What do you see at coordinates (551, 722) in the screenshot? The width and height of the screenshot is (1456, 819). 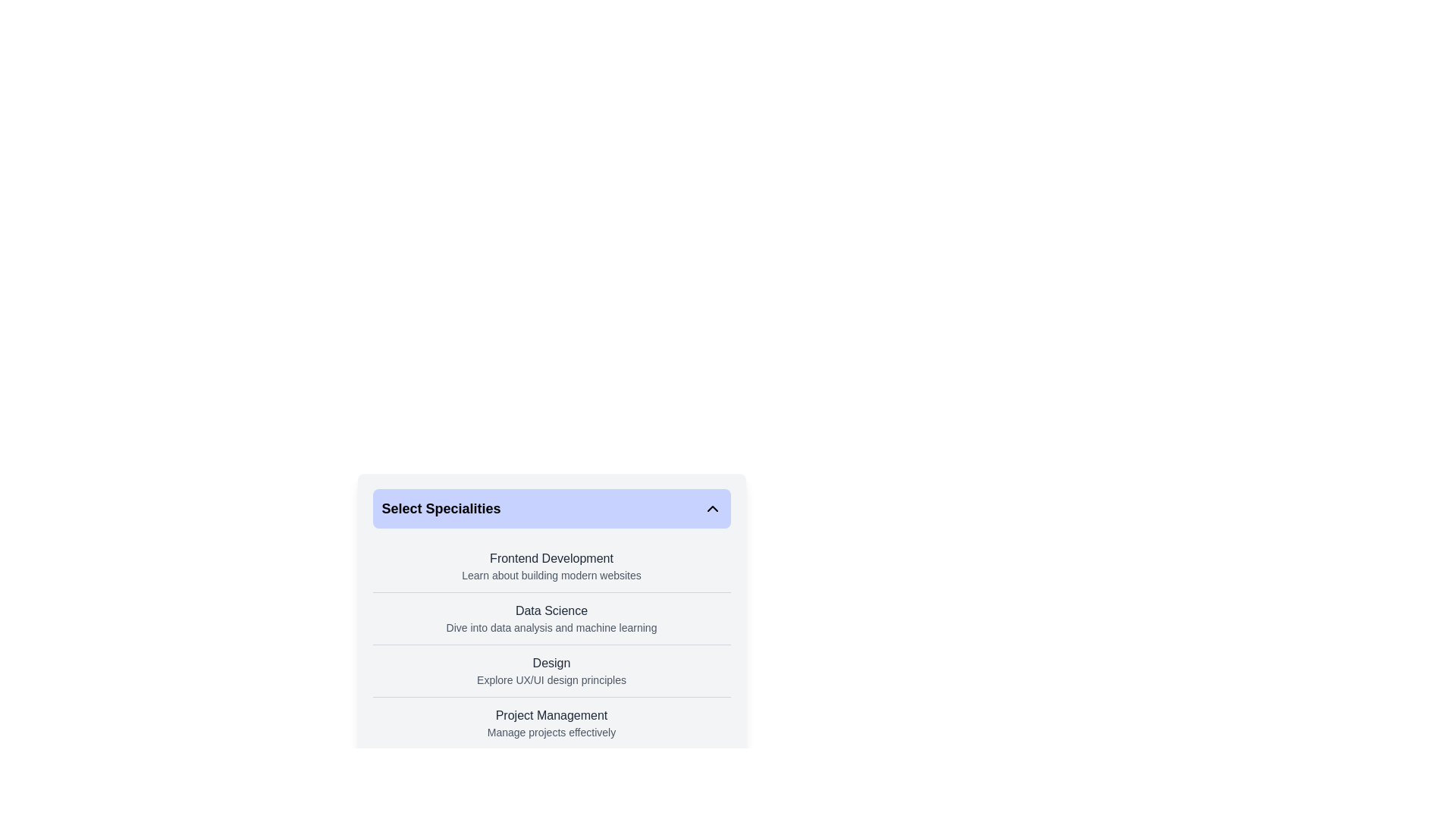 I see `the fourth item in the dropdown menu under 'Select Specialties' labeled 'Project Management'` at bounding box center [551, 722].